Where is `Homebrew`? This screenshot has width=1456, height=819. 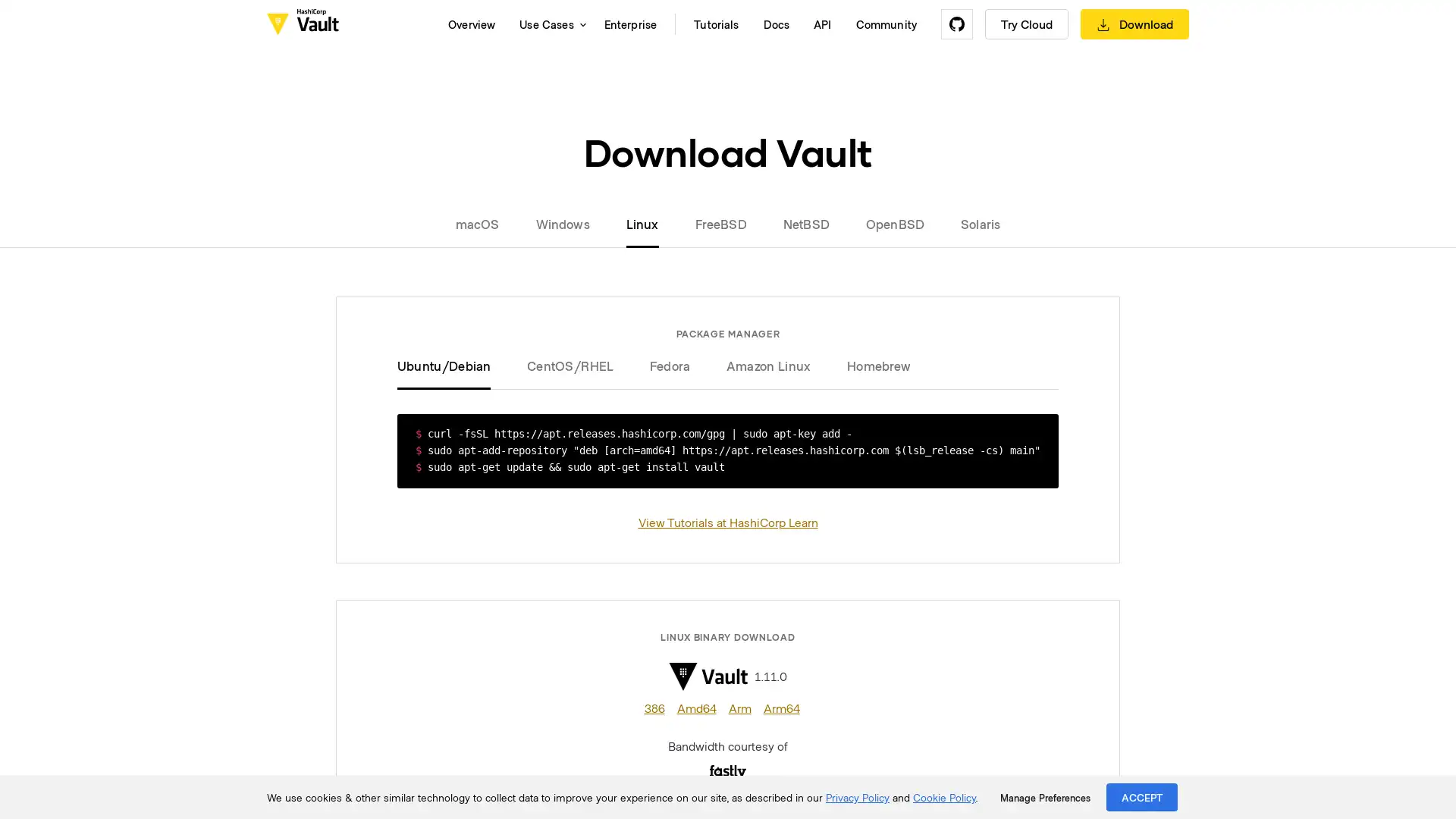 Homebrew is located at coordinates (870, 366).